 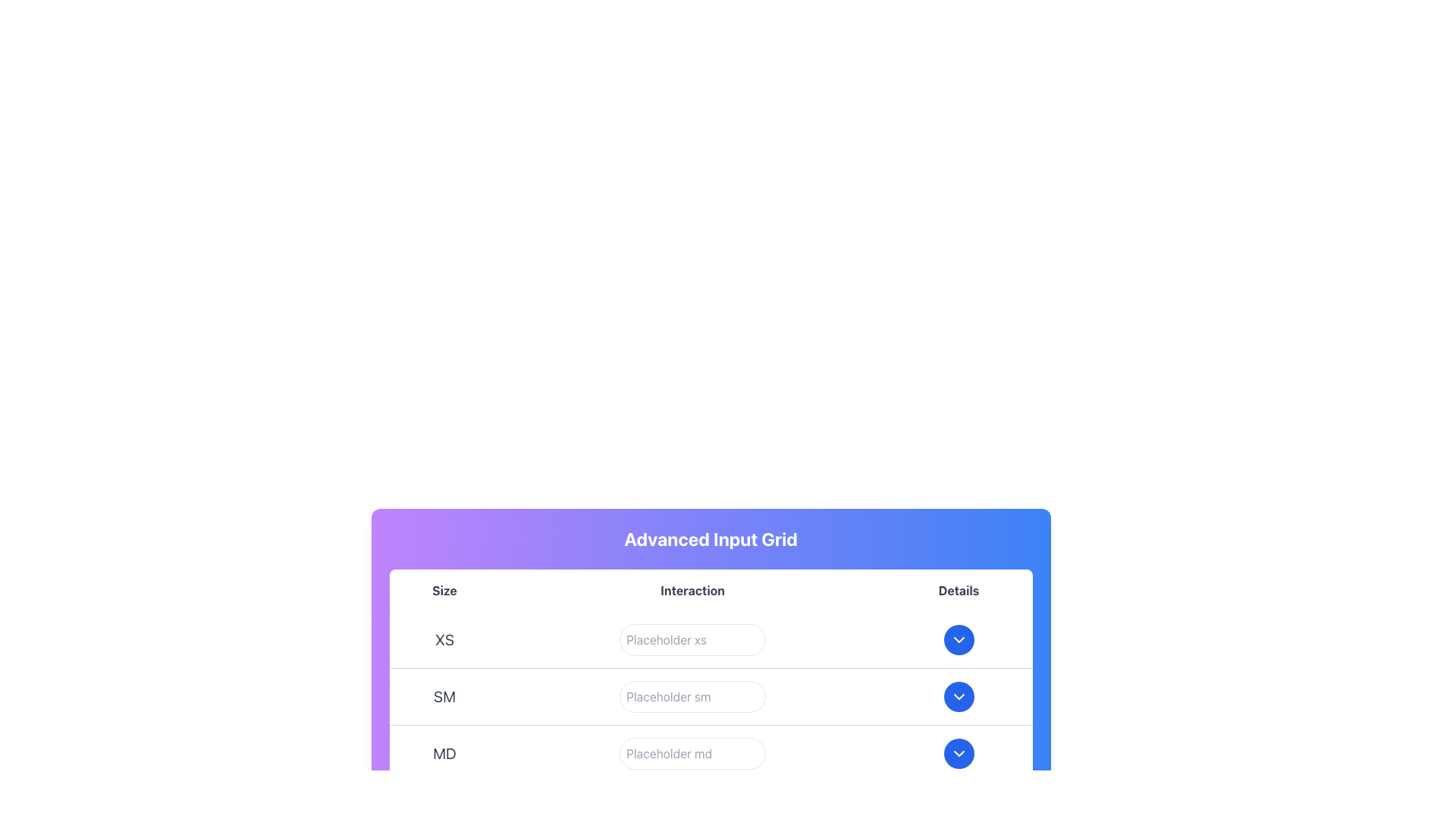 What do you see at coordinates (692, 640) in the screenshot?
I see `the text input field located in the 'Interaction' column of the table, corresponding to the 'XS' row, to focus on it` at bounding box center [692, 640].